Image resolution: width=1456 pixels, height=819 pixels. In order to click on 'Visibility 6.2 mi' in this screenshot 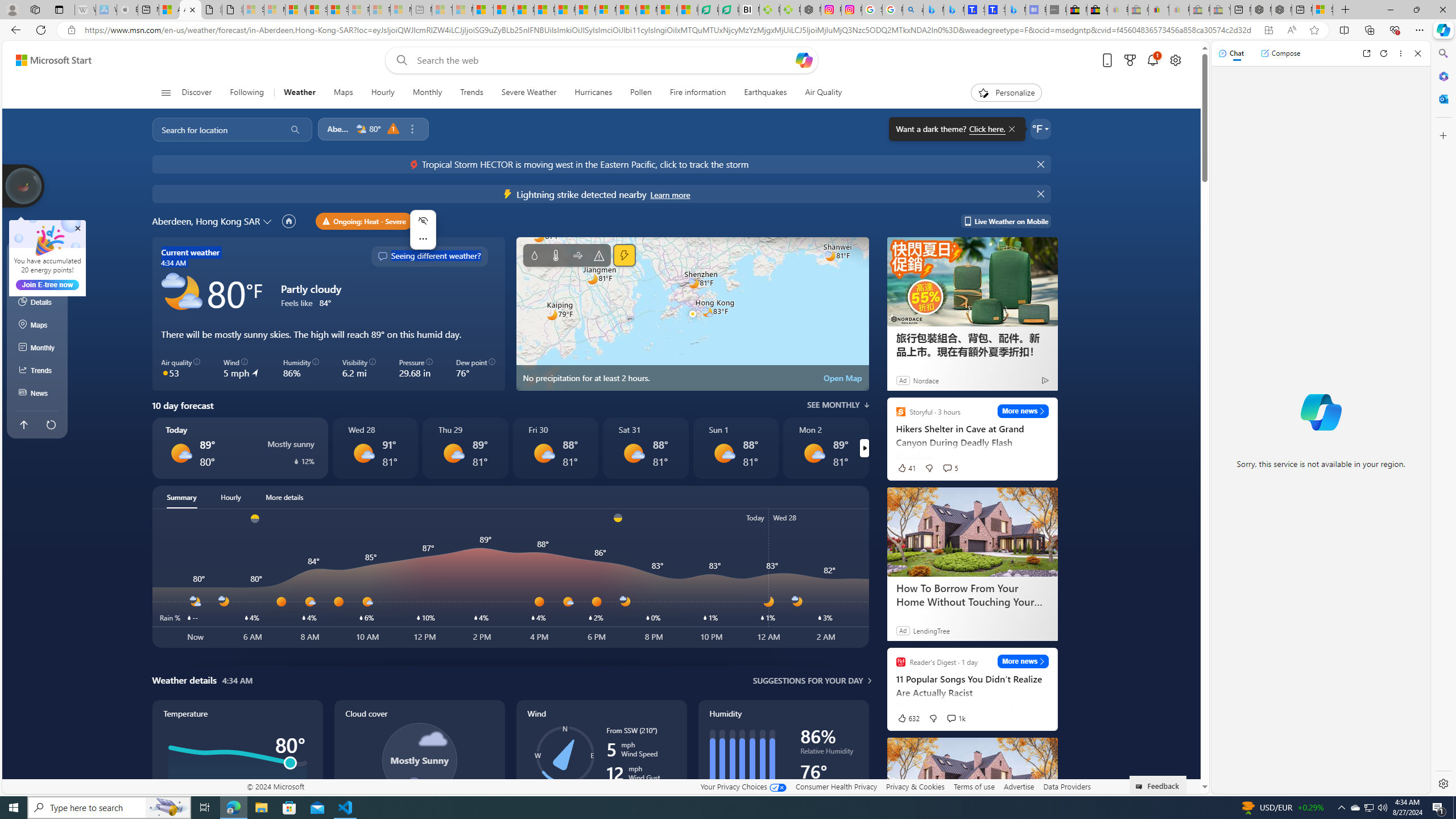, I will do `click(359, 368)`.